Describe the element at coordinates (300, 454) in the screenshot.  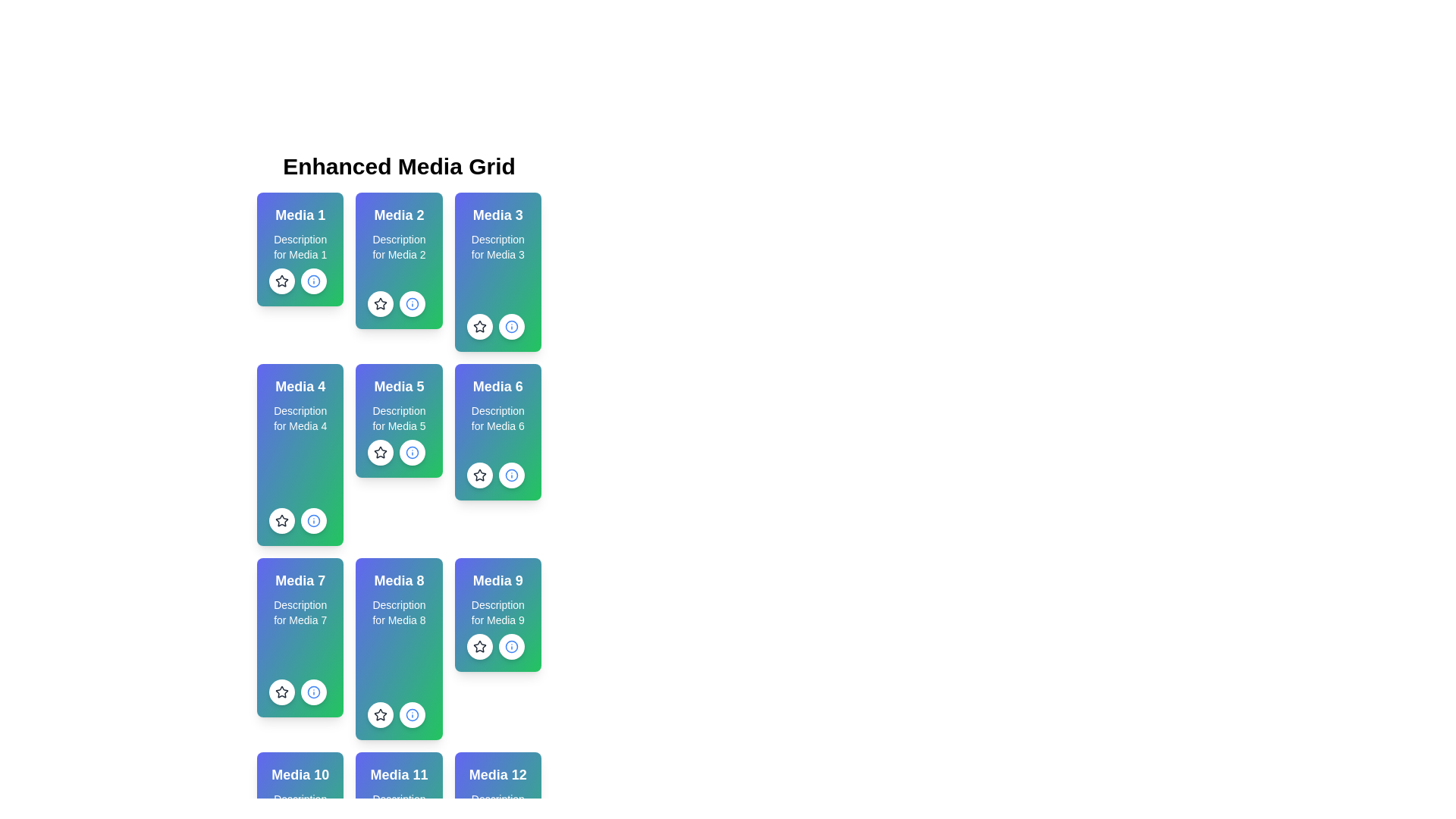
I see `one of the interactive icons in the media card located in the first column and second row of the grid layout, directly below 'Media 1'` at that location.